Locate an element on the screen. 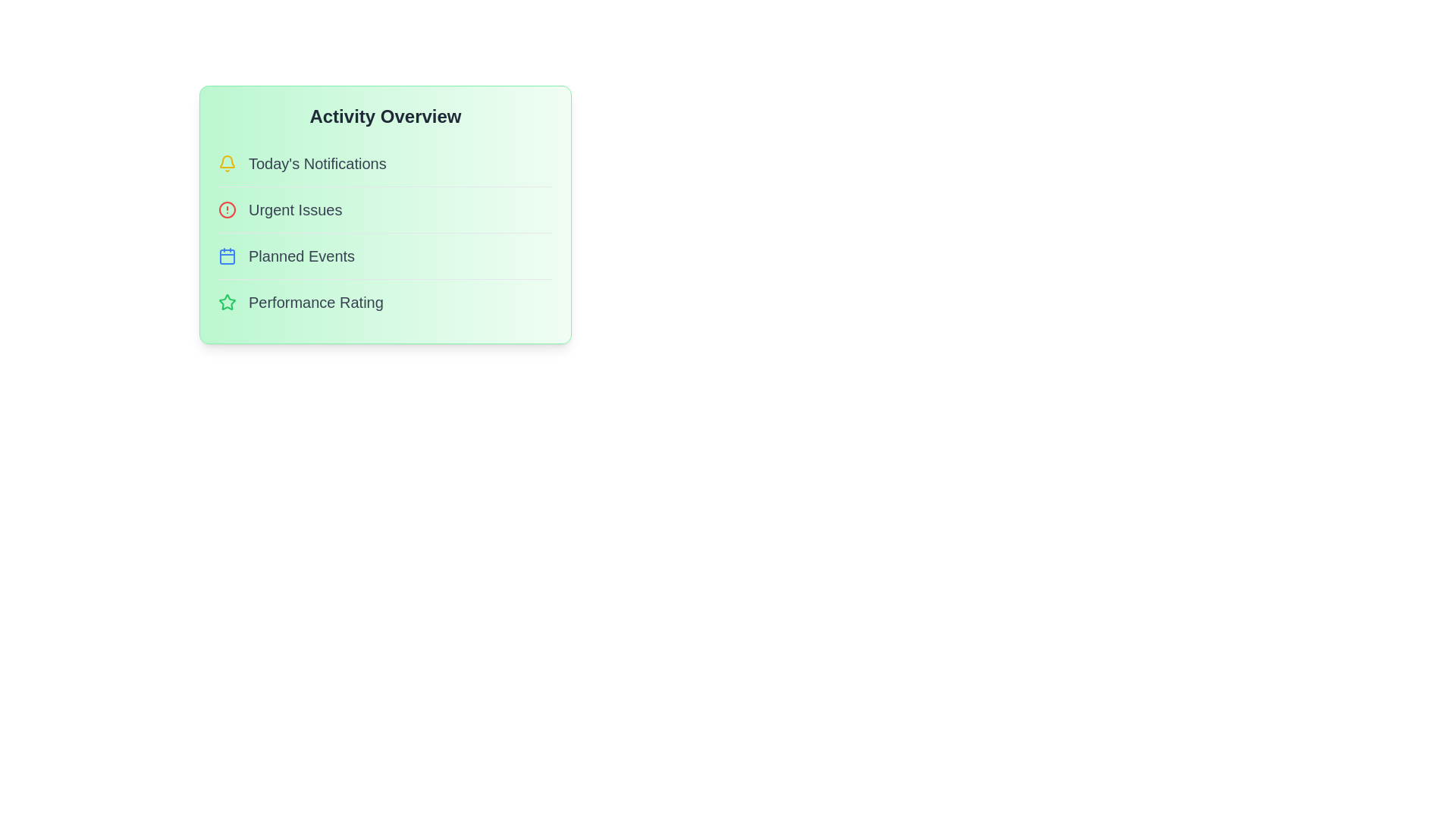  the static text label reading 'Urgent Issues', which is styled in a large, bold font and located within the light green panel titled 'Activity Overview' is located at coordinates (295, 210).